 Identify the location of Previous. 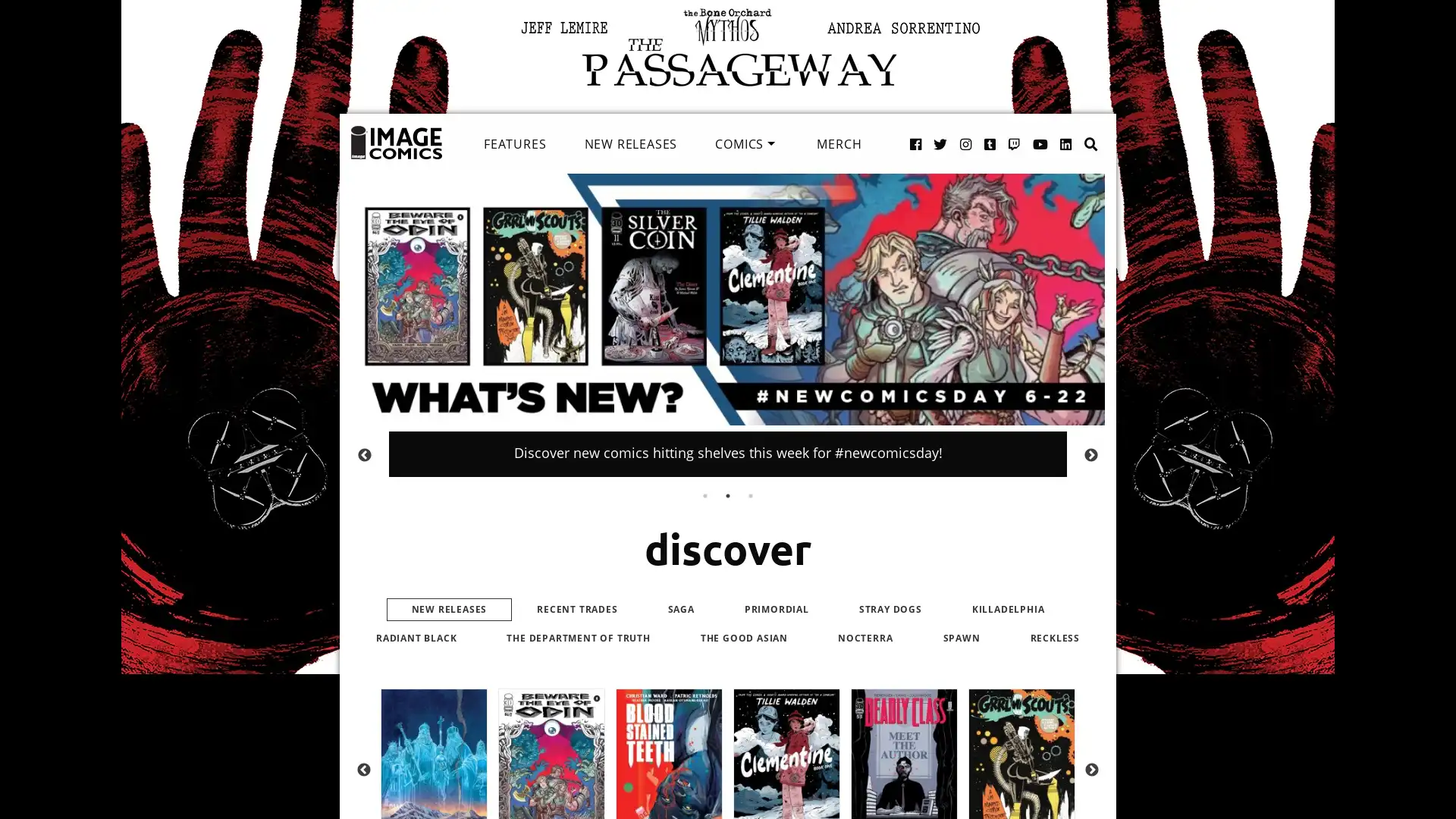
(364, 769).